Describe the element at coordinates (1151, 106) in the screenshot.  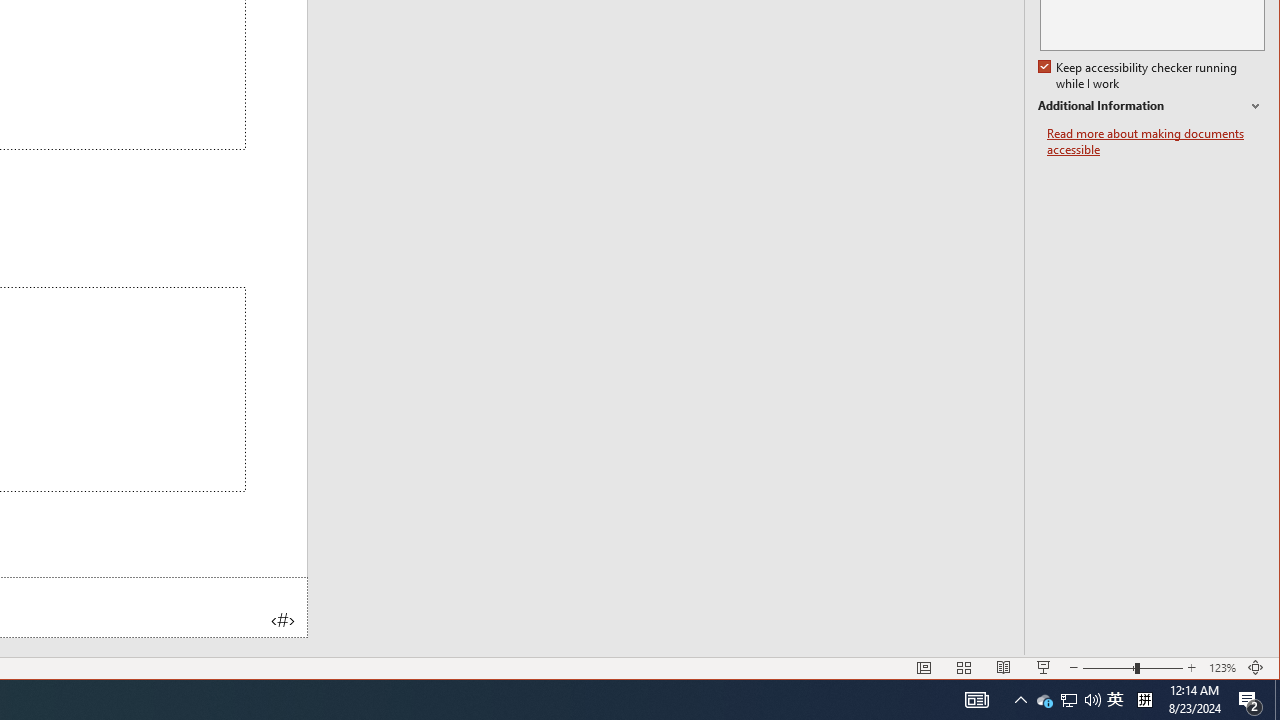
I see `'Additional Information'` at that location.